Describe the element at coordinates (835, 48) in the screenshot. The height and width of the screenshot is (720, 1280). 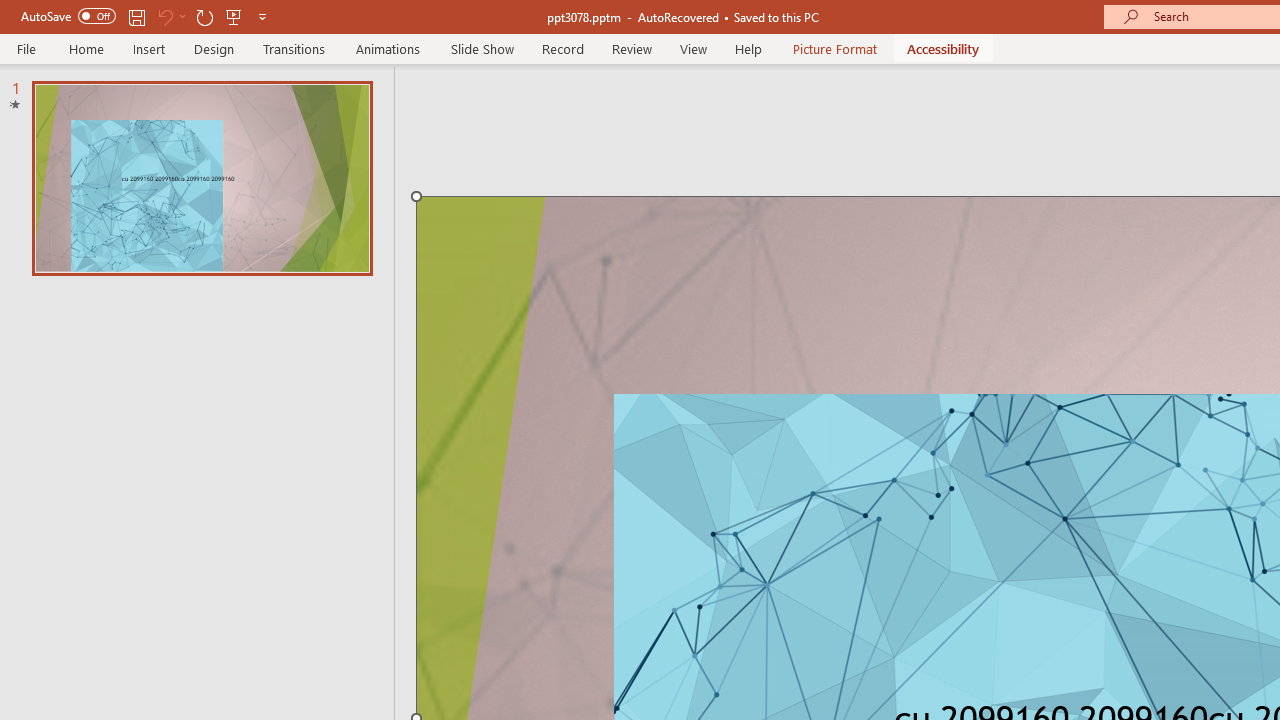
I see `'Picture Format'` at that location.